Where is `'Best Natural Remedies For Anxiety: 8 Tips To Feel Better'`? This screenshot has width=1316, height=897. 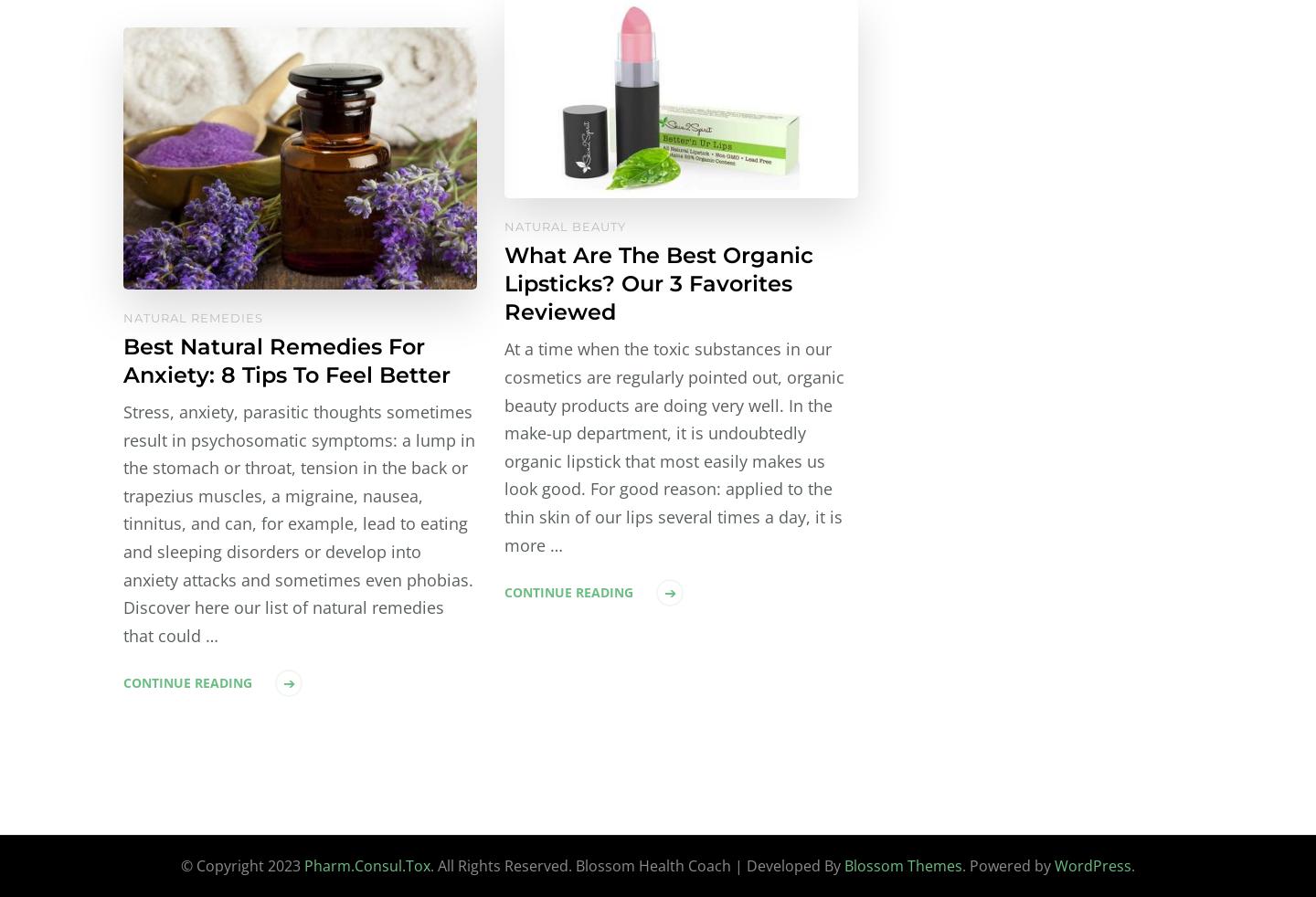 'Best Natural Remedies For Anxiety: 8 Tips To Feel Better' is located at coordinates (287, 359).